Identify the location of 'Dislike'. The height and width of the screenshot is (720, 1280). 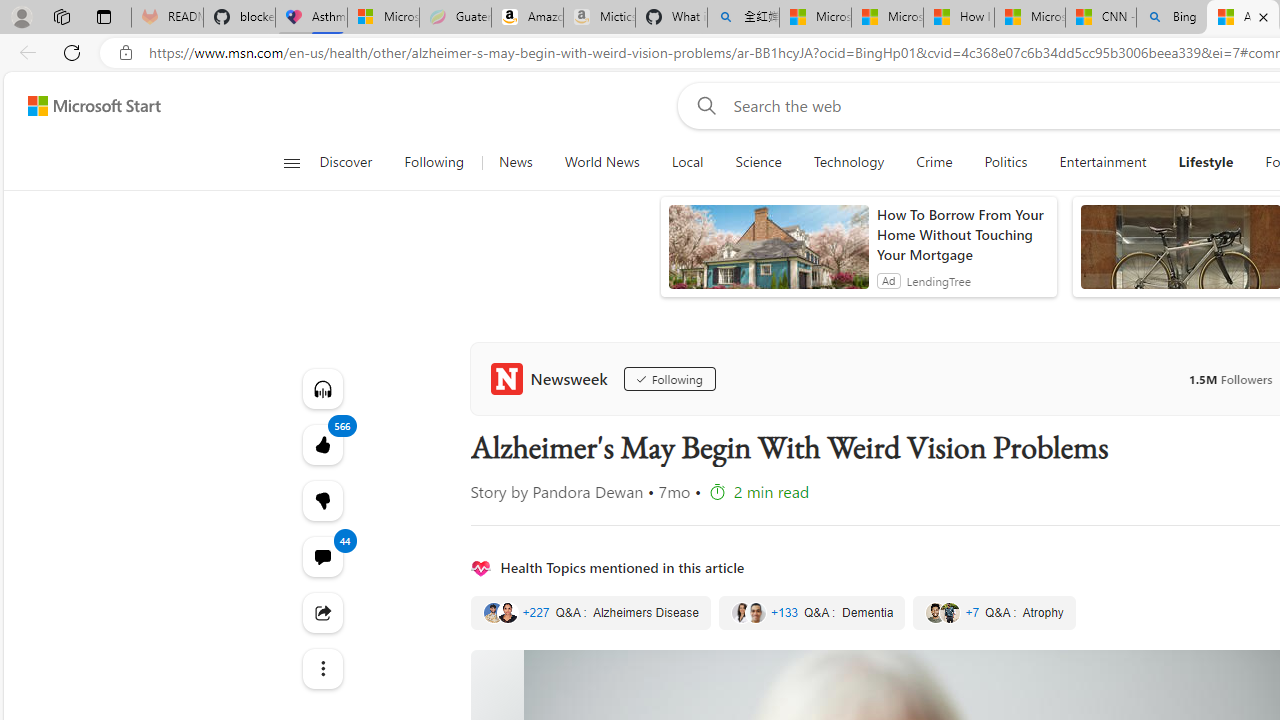
(322, 500).